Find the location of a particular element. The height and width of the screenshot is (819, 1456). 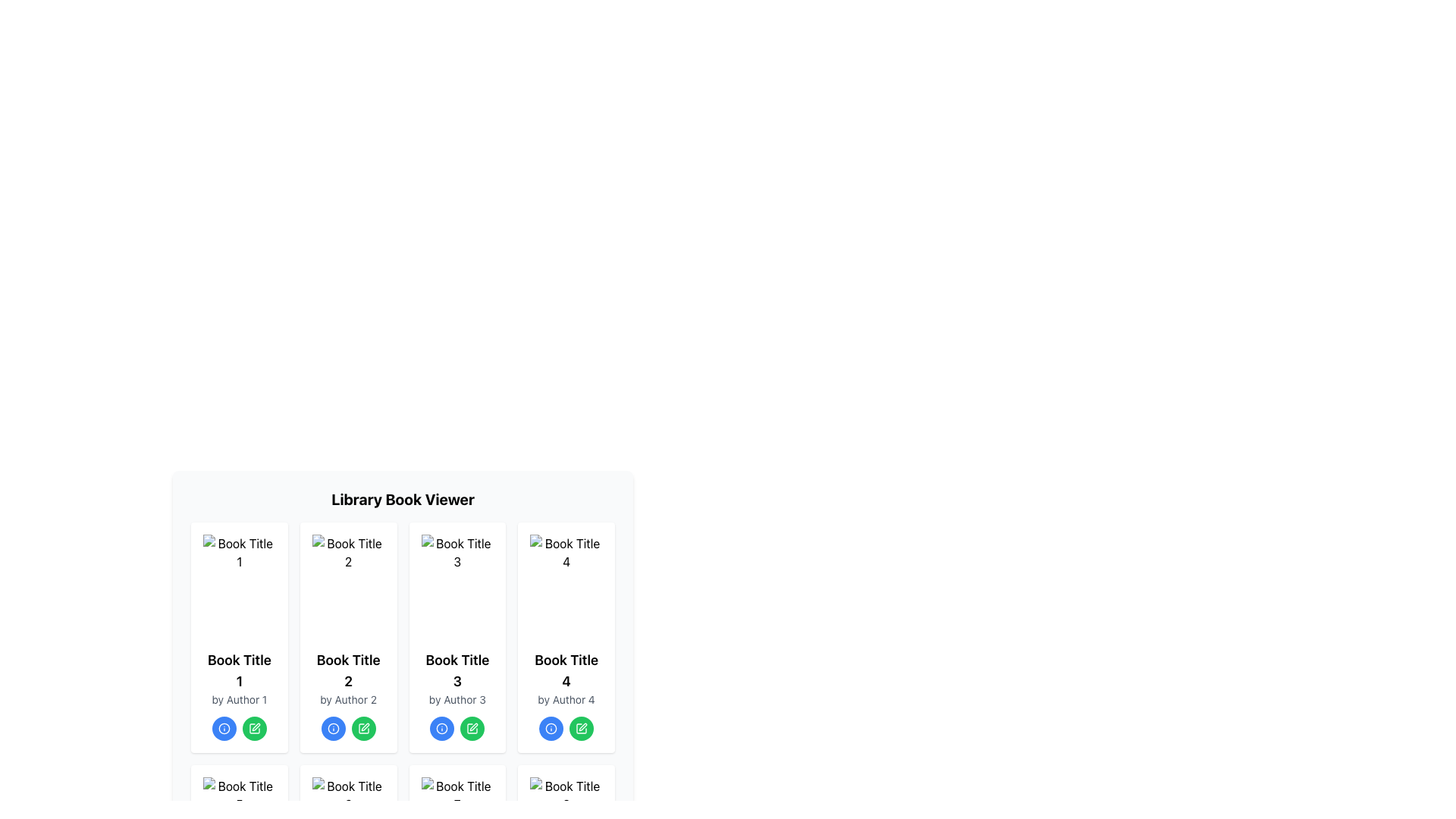

the text block titled 'Book Title 1', which is bold and larger in font size, located below the book cover image in the first card of the book cards grid is located at coordinates (238, 670).